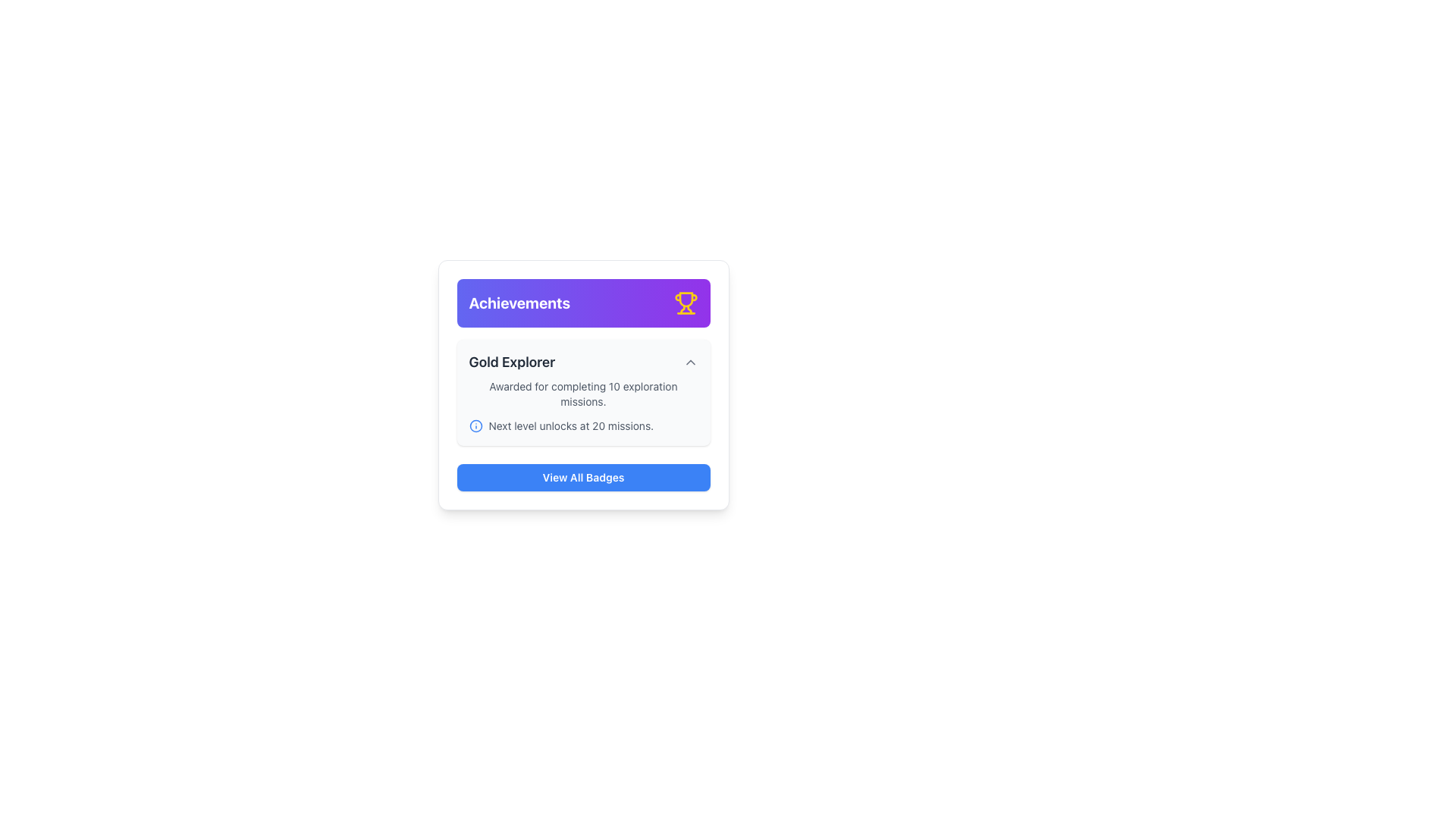 Image resolution: width=1456 pixels, height=819 pixels. I want to click on the yellow trophy-like icon located at the upper-right corner of the purple 'Achievements' title bar, so click(685, 300).